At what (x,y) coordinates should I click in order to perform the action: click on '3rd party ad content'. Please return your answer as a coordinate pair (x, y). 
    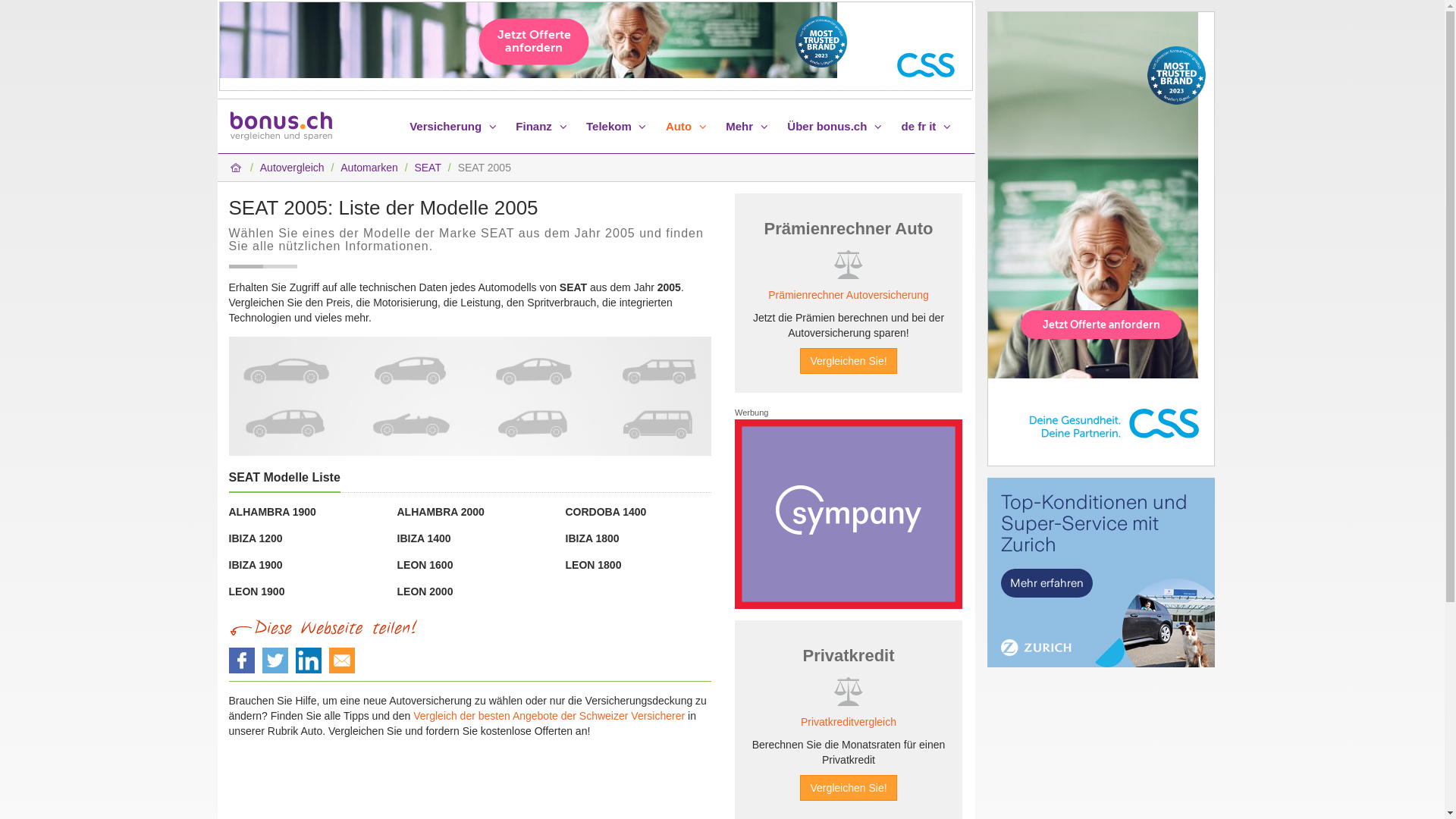
    Looking at the image, I should click on (847, 513).